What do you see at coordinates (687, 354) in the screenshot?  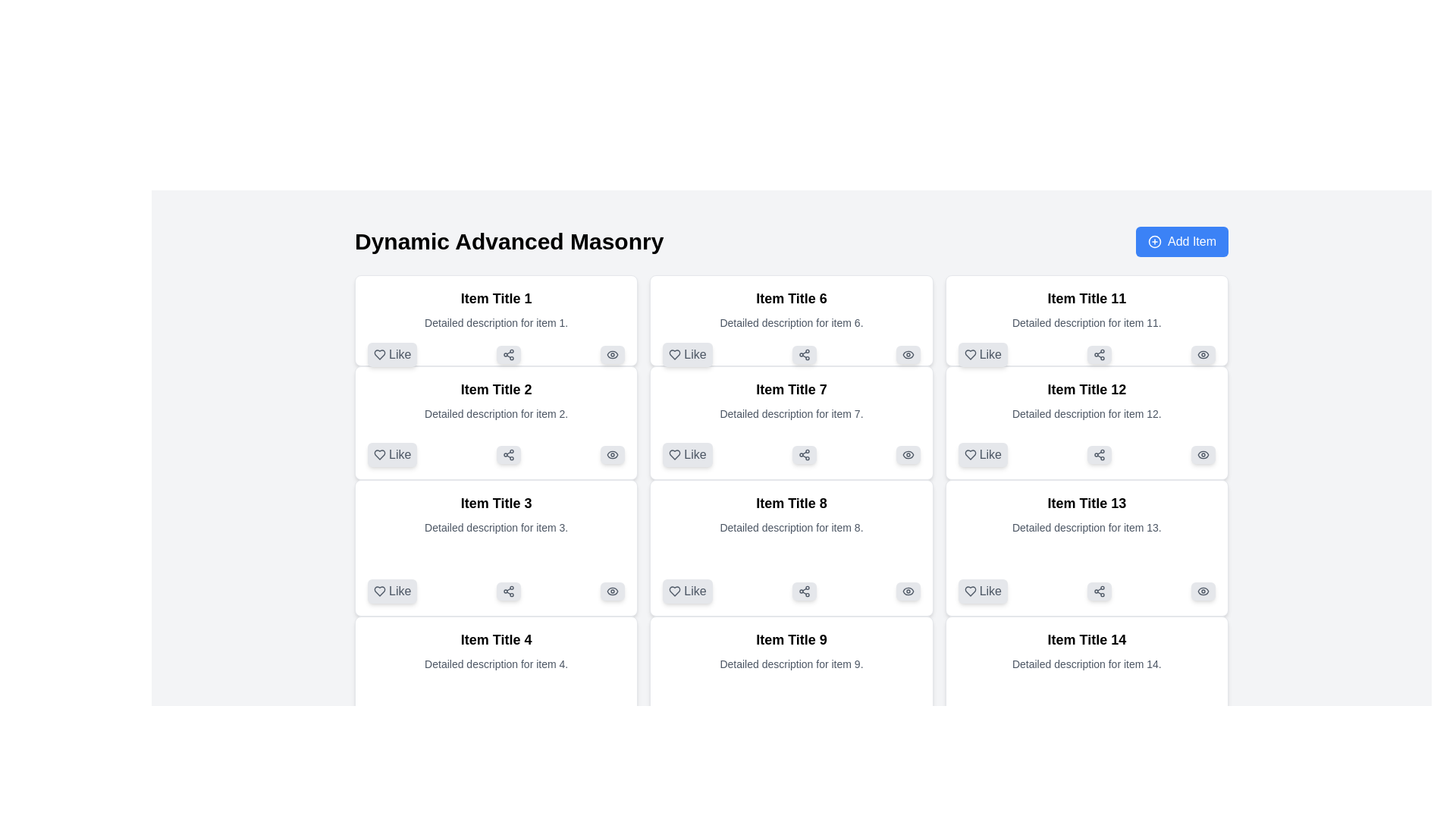 I see `the 'like' button located inside the card titled 'Item Title 6' in the second row and second column of the grid to indicate preference or approval` at bounding box center [687, 354].